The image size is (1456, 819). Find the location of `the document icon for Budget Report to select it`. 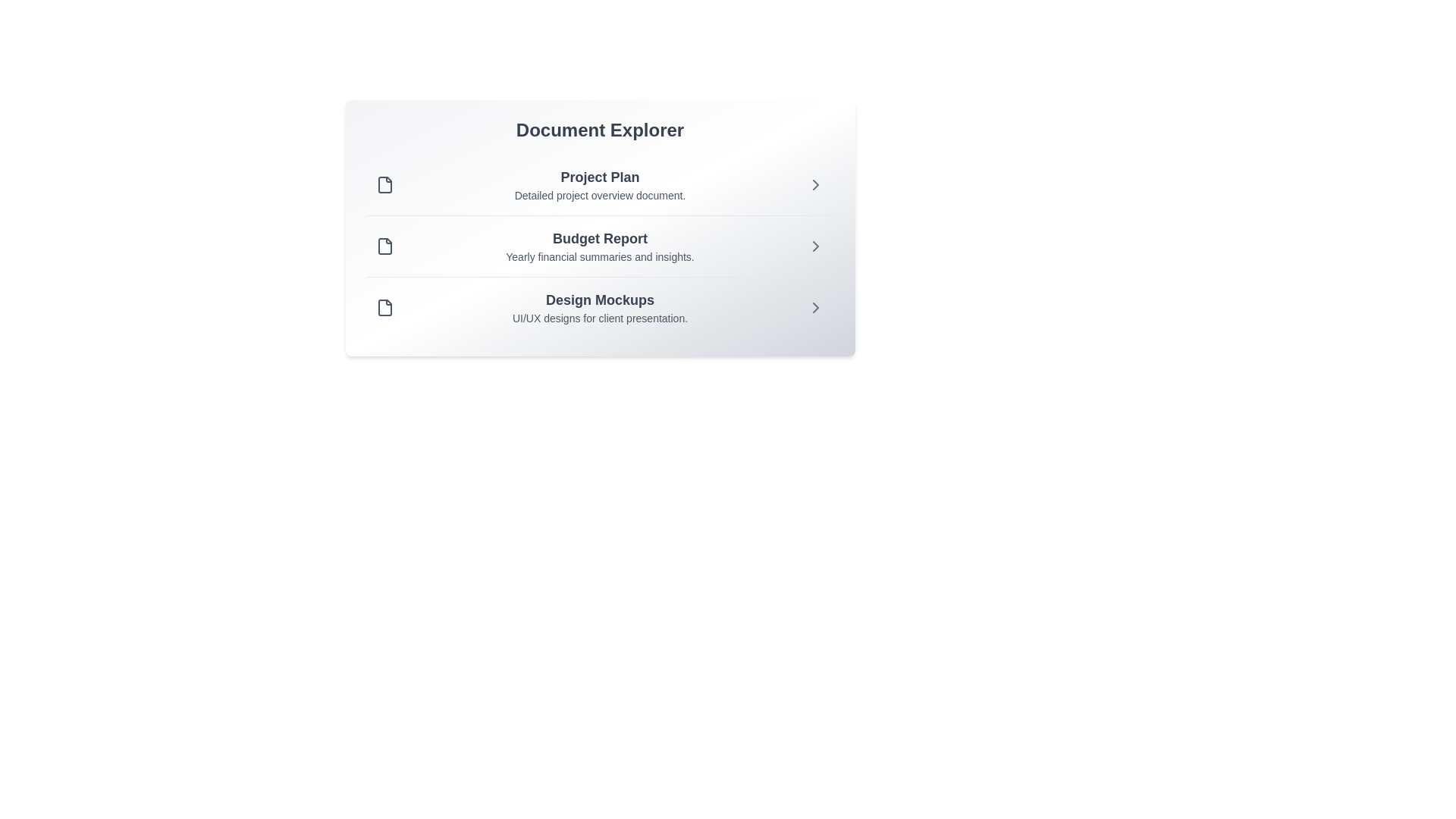

the document icon for Budget Report to select it is located at coordinates (384, 245).